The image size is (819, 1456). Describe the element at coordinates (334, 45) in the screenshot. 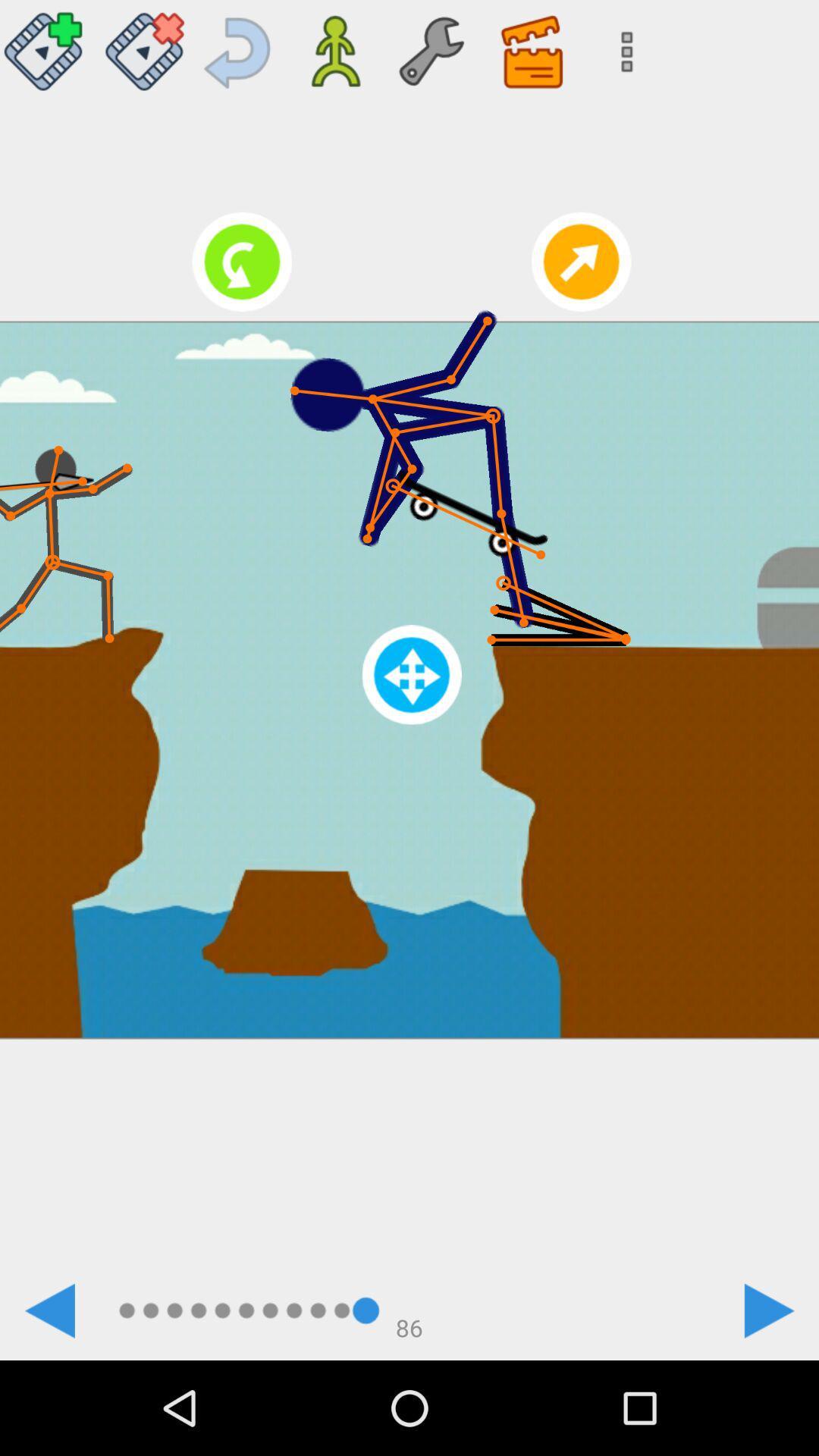

I see `the avatar icon` at that location.